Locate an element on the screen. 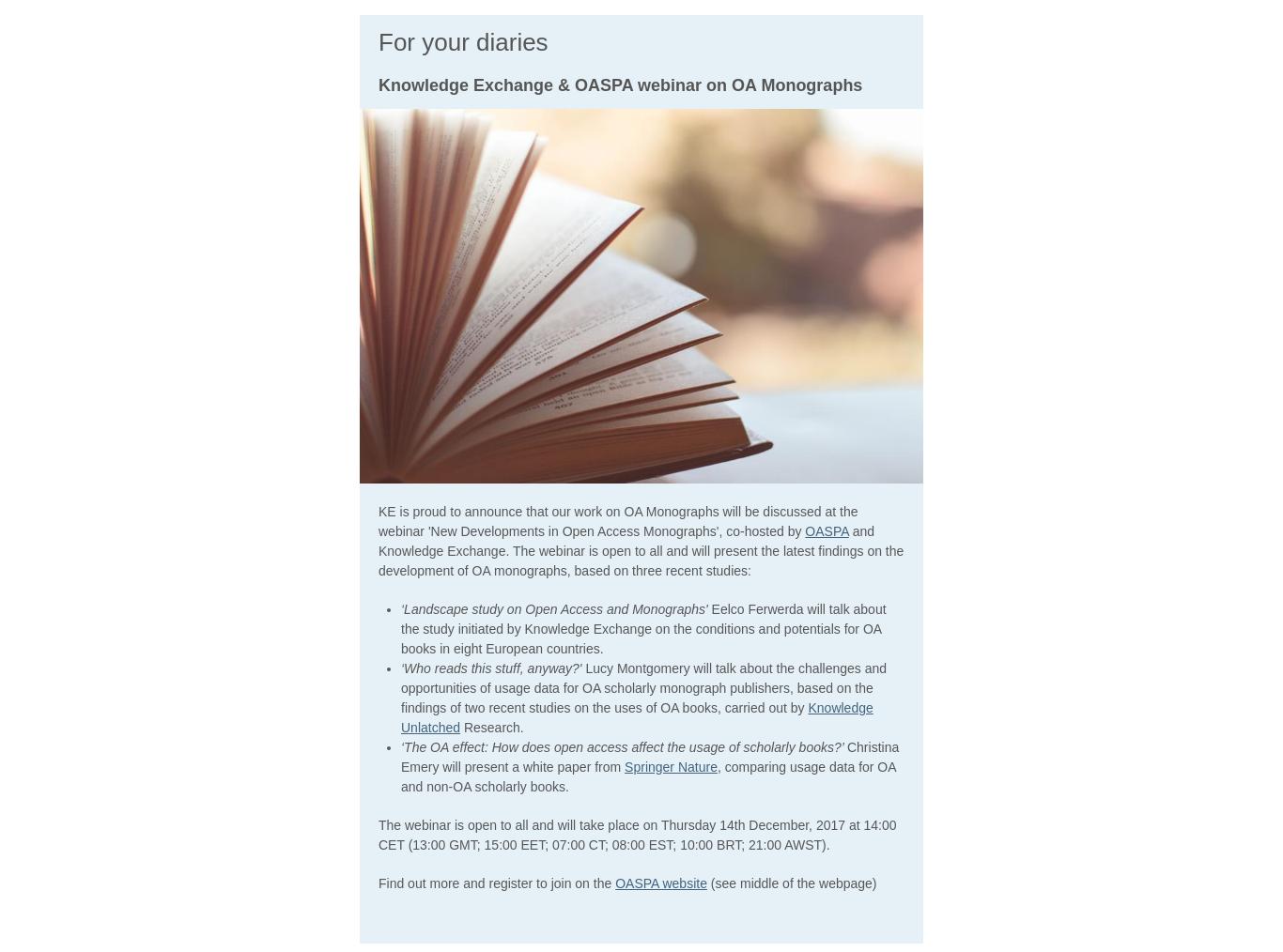 This screenshot has height=952, width=1283. 'Eelco Ferwerda will talk about the study initiated by Knowledge Exchange on the conditions and potentials for OA books in 
eight European countries.' is located at coordinates (400, 628).